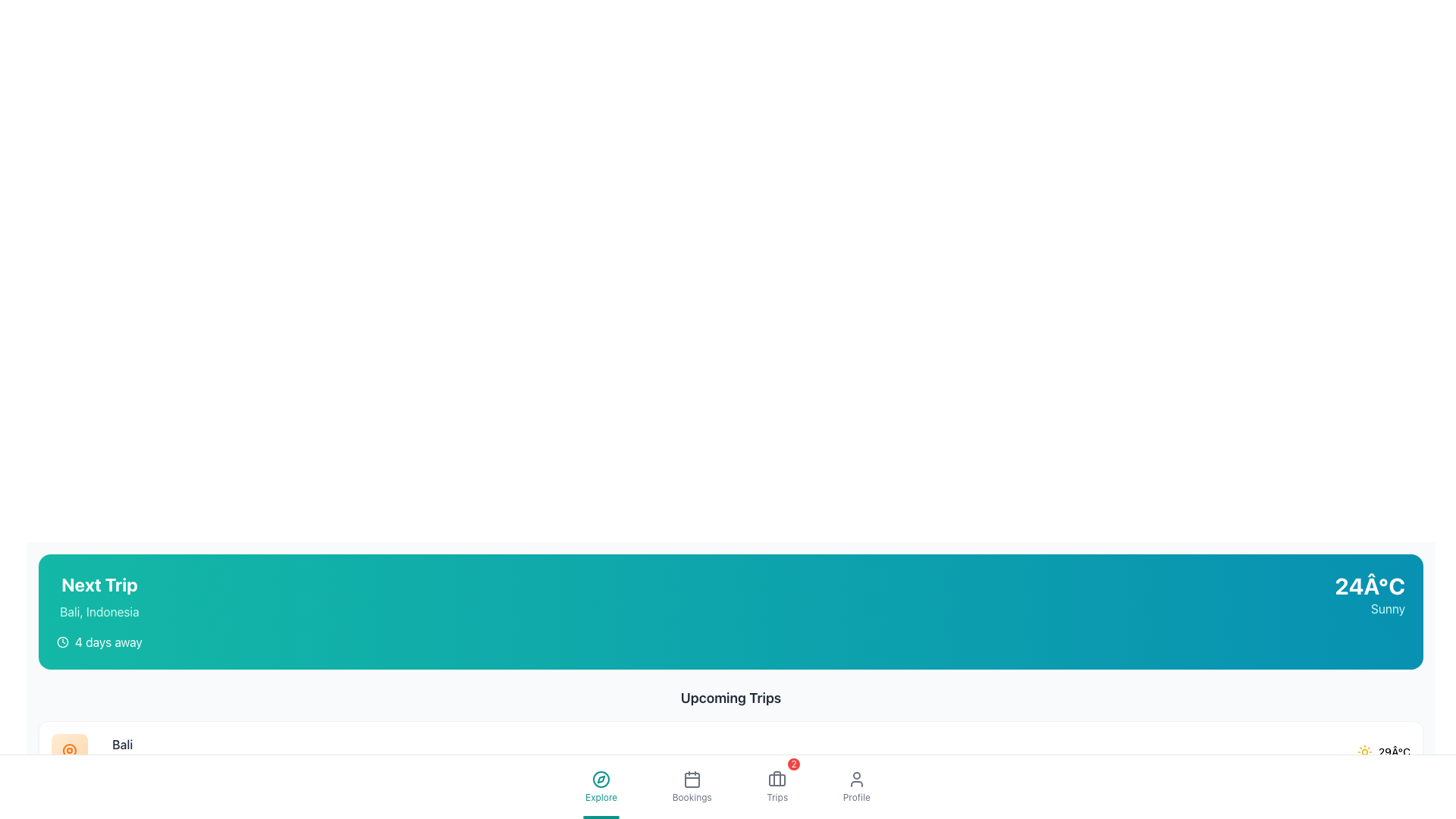  I want to click on the 'Explore' navigation button, which features a compass icon and teal text, so click(601, 786).